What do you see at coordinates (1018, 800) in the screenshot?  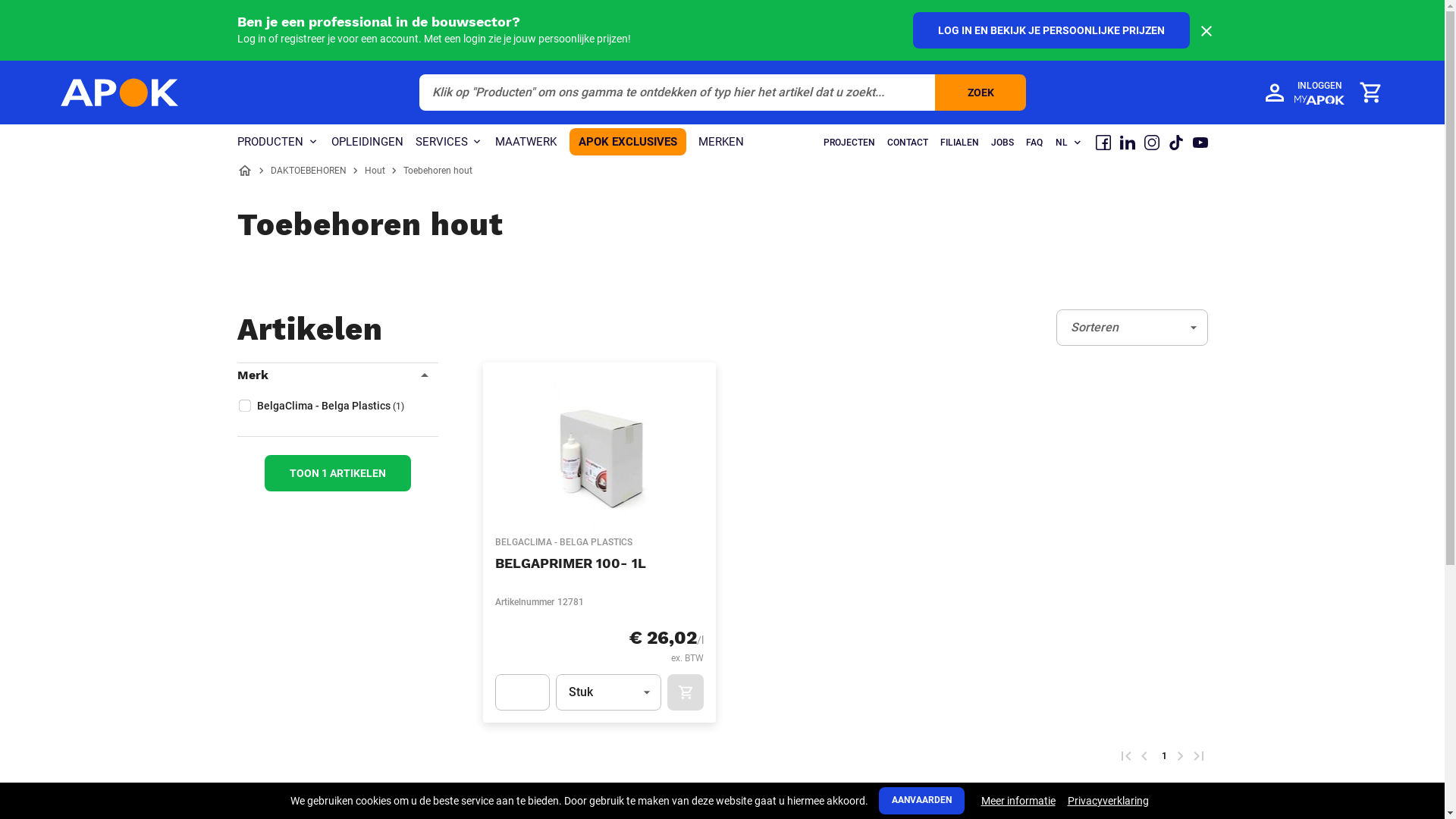 I see `'Meer informatie'` at bounding box center [1018, 800].